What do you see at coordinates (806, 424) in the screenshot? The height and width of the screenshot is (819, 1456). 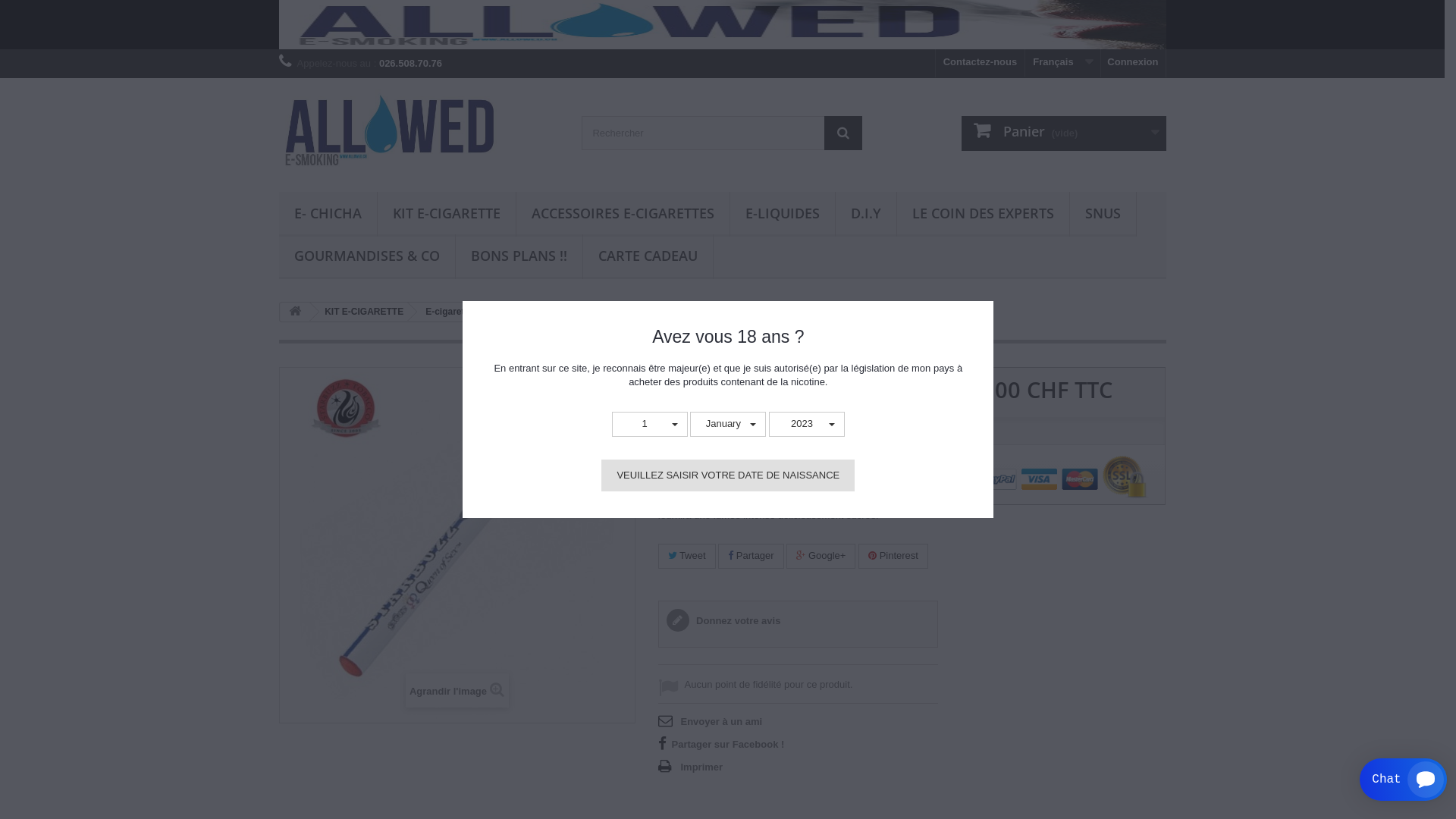 I see `'2023` at bounding box center [806, 424].